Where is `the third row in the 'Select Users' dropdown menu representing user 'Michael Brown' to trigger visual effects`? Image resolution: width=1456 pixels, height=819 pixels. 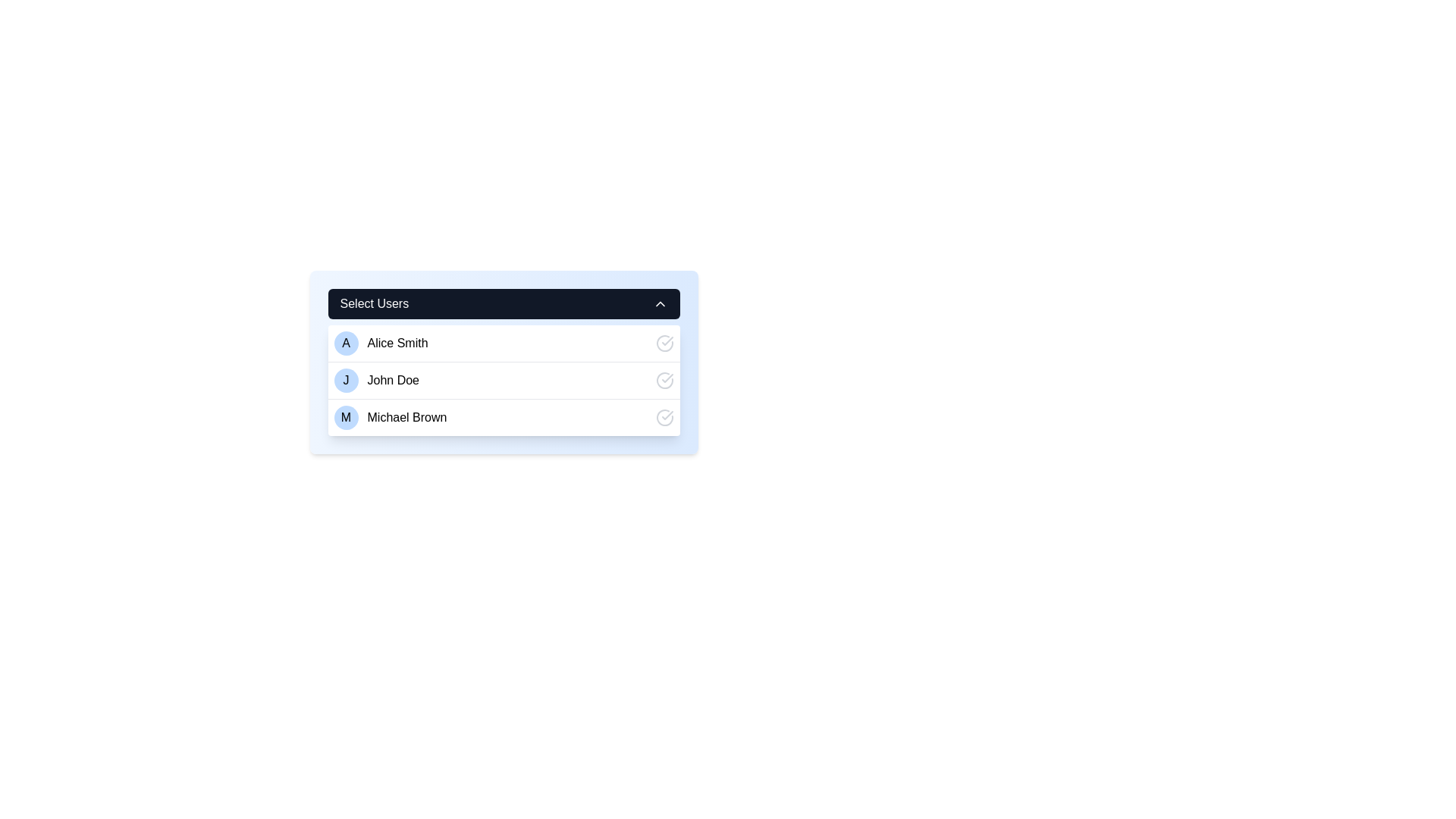 the third row in the 'Select Users' dropdown menu representing user 'Michael Brown' to trigger visual effects is located at coordinates (504, 417).